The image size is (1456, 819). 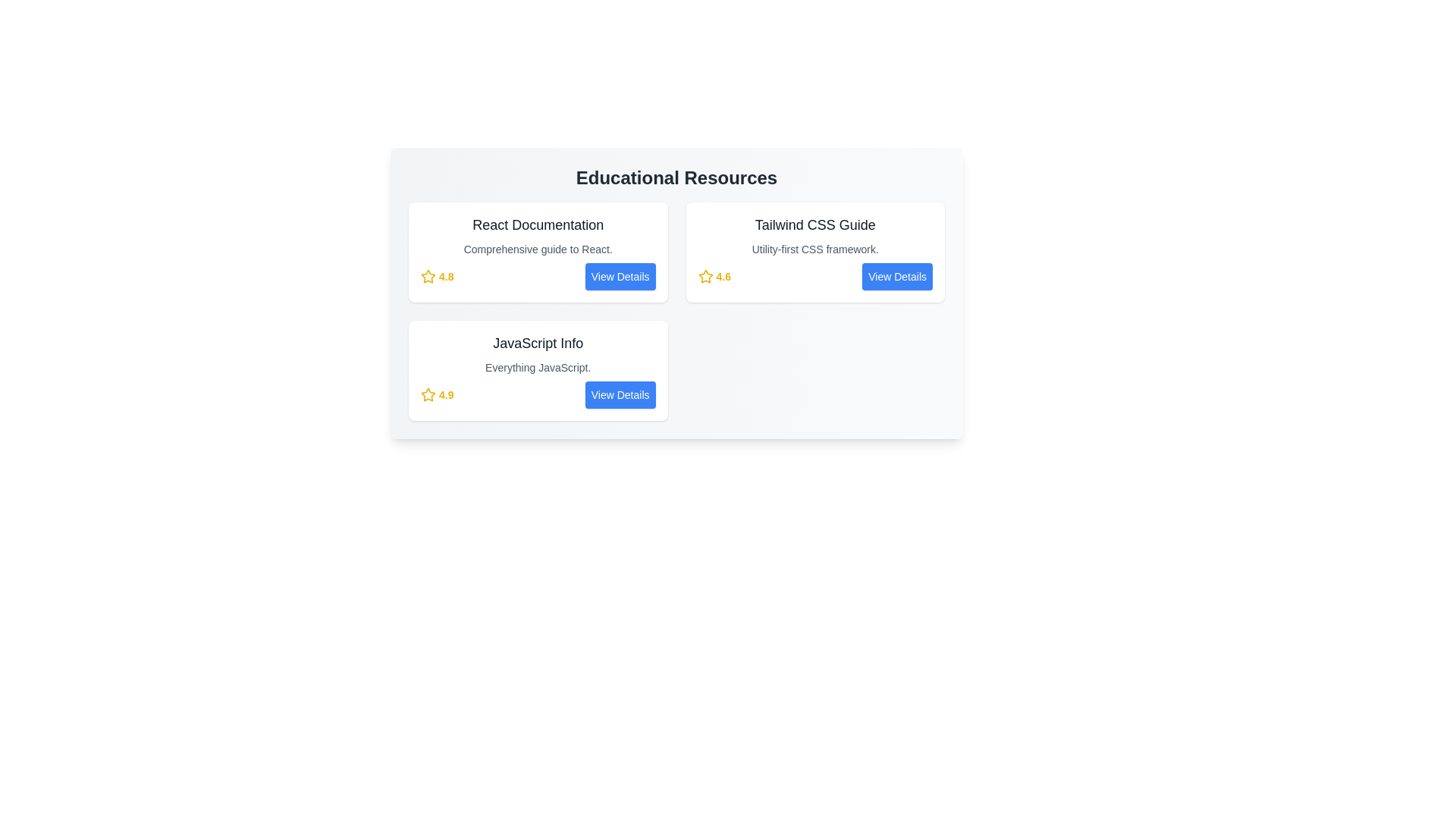 I want to click on the description of the resource titled 'React Documentation', so click(x=538, y=248).